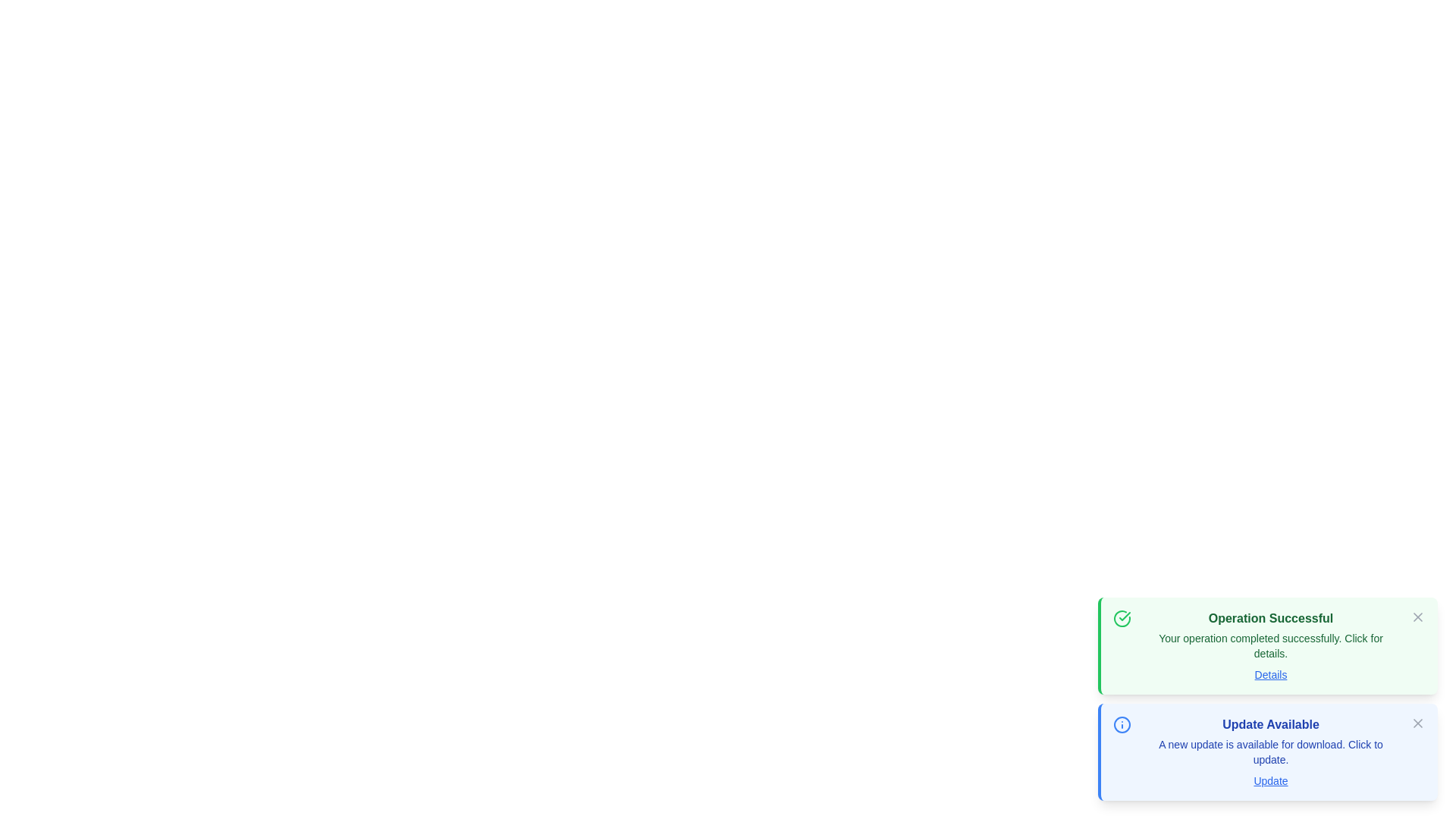  Describe the element at coordinates (1270, 780) in the screenshot. I see `the 'Update' hyperlink located in the 'Update Available' notification box at the bottom-right quadrant of the interface to initiate the update process` at that location.